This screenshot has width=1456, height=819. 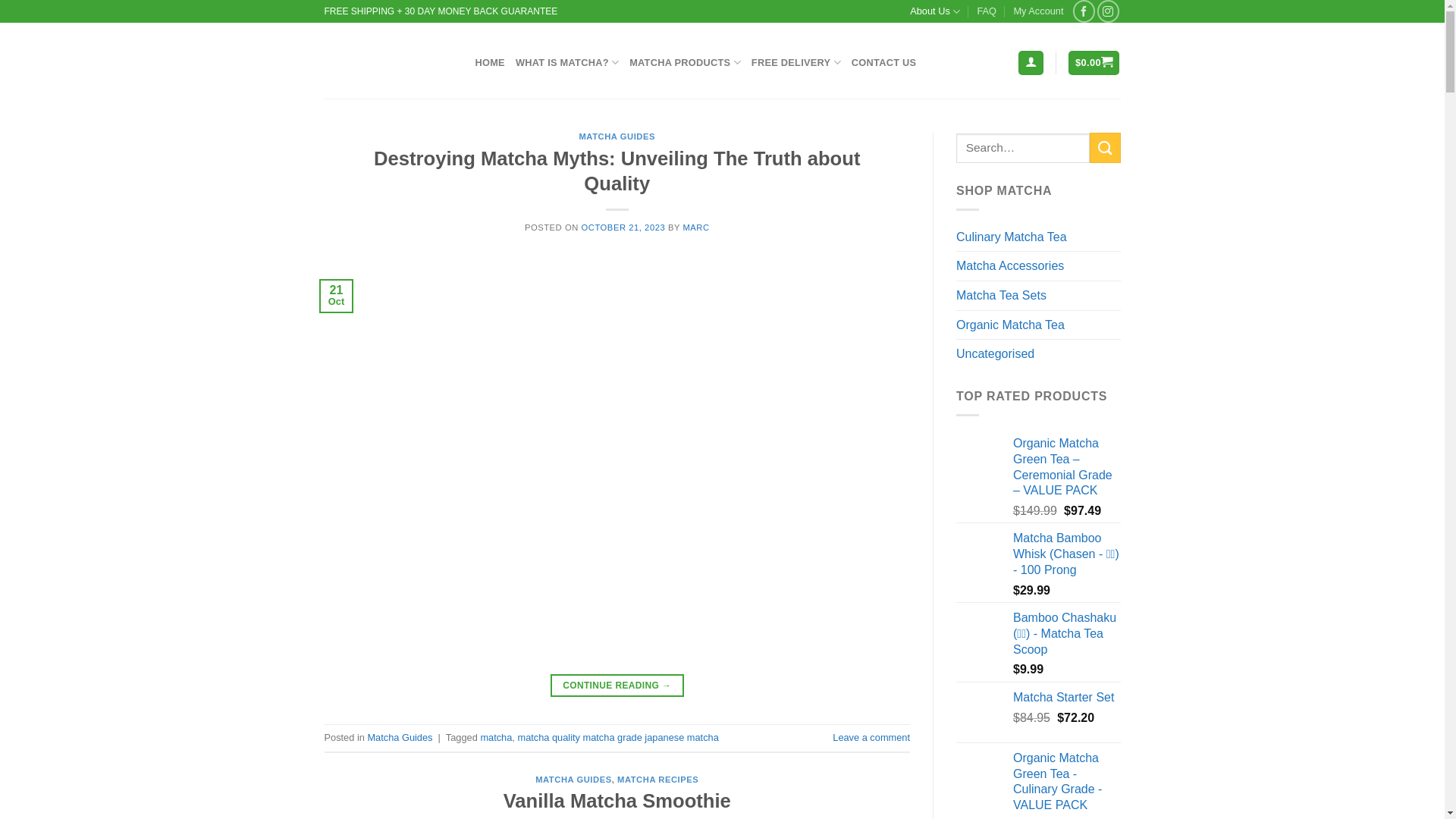 I want to click on 'matcha', so click(x=479, y=736).